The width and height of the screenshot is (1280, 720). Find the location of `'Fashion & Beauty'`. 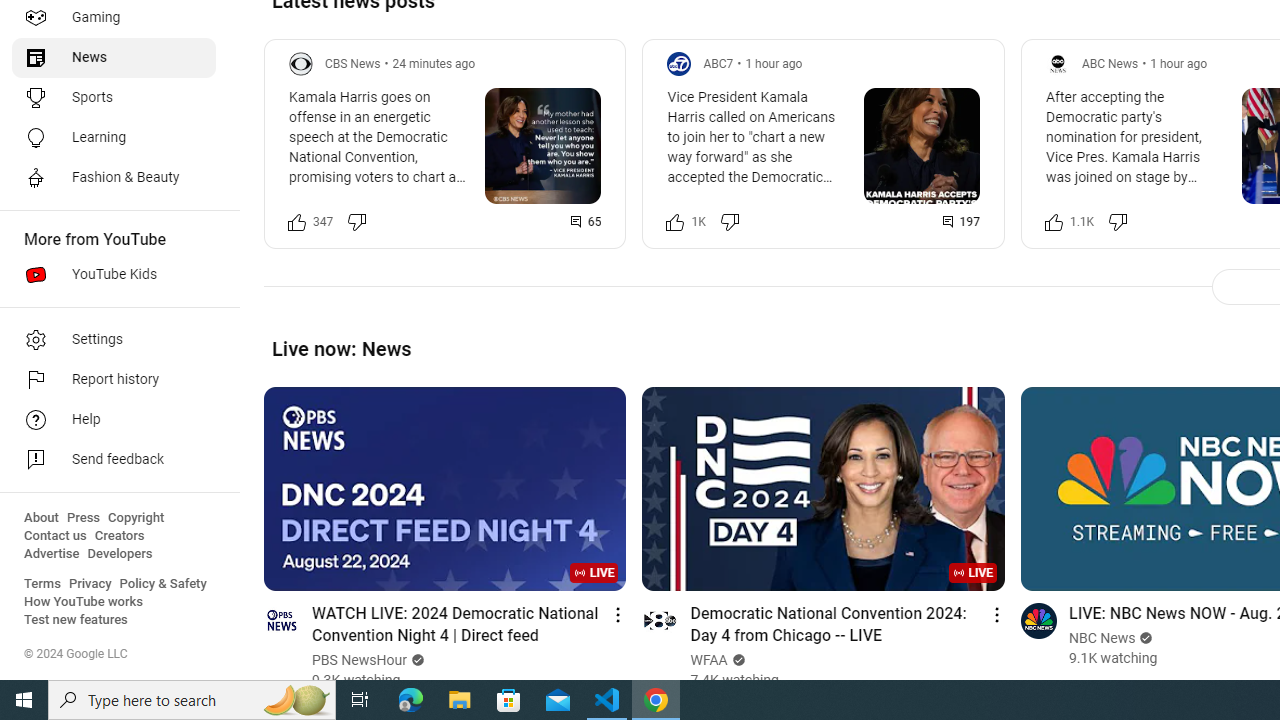

'Fashion & Beauty' is located at coordinates (112, 176).